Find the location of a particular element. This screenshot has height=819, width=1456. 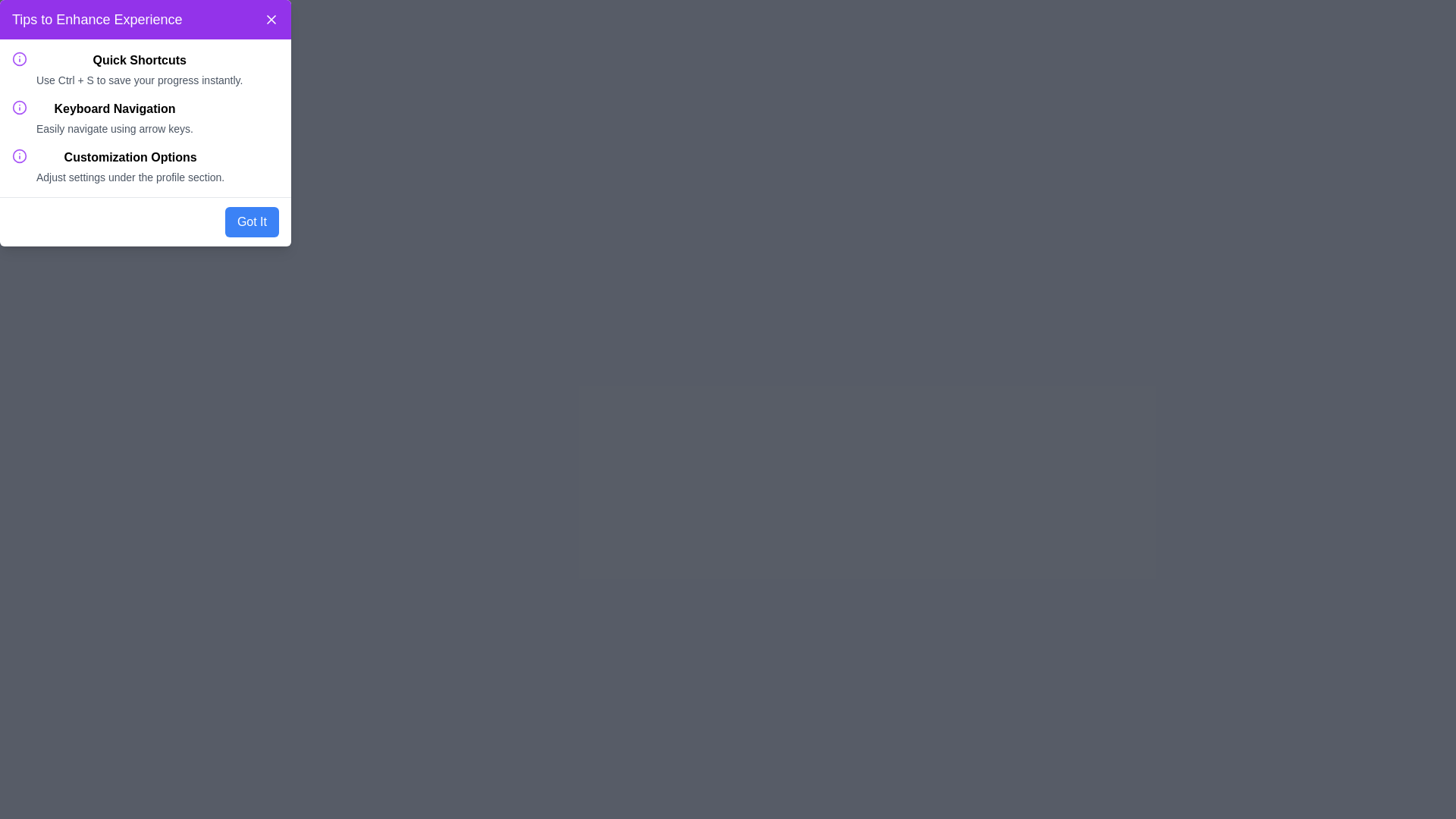

the close button located in the top-right corner of the purple header block titled 'Tips to Enhance Experience' is located at coordinates (271, 20).